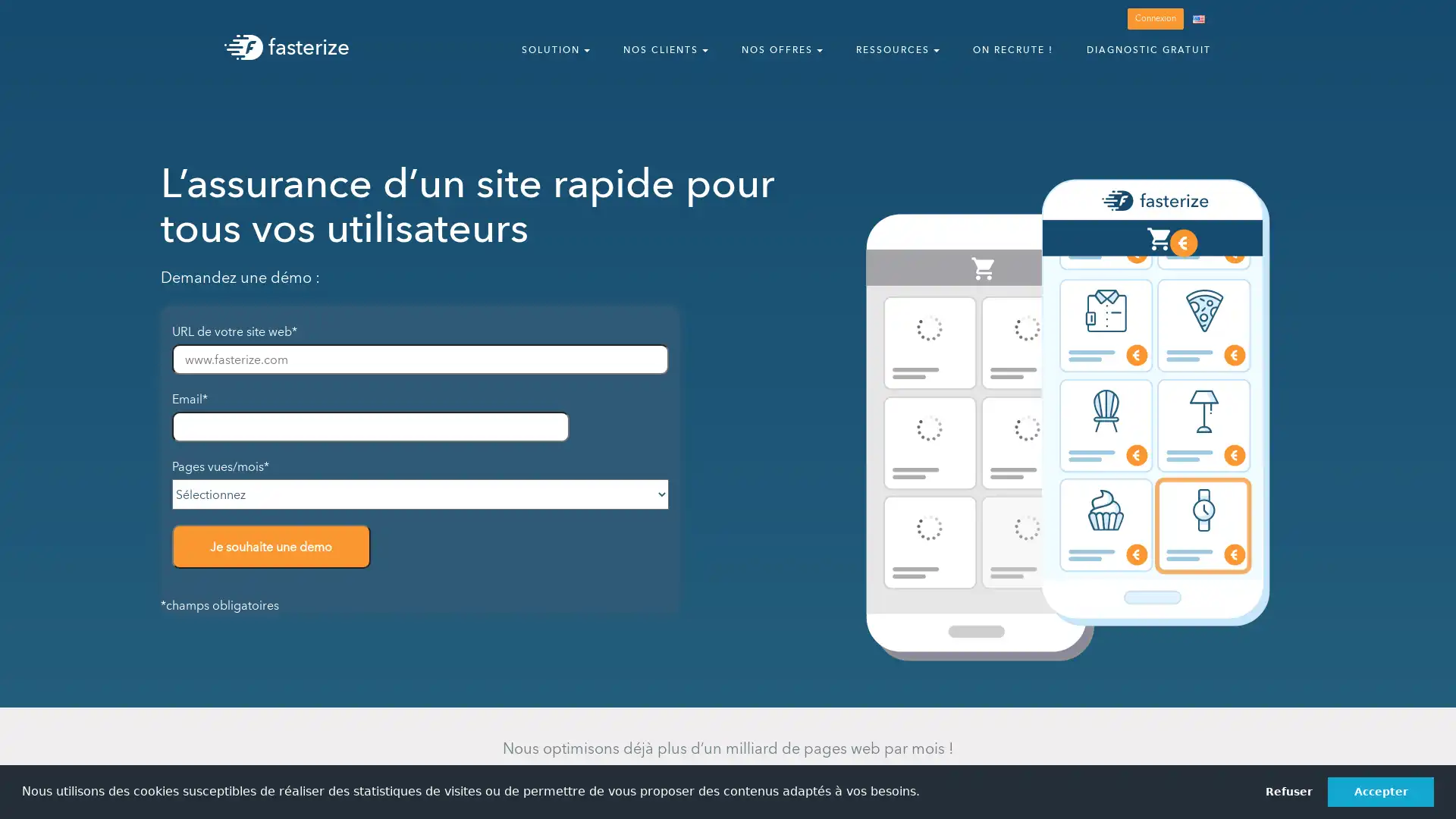 The width and height of the screenshot is (1456, 819). What do you see at coordinates (1380, 791) in the screenshot?
I see `allow cookies` at bounding box center [1380, 791].